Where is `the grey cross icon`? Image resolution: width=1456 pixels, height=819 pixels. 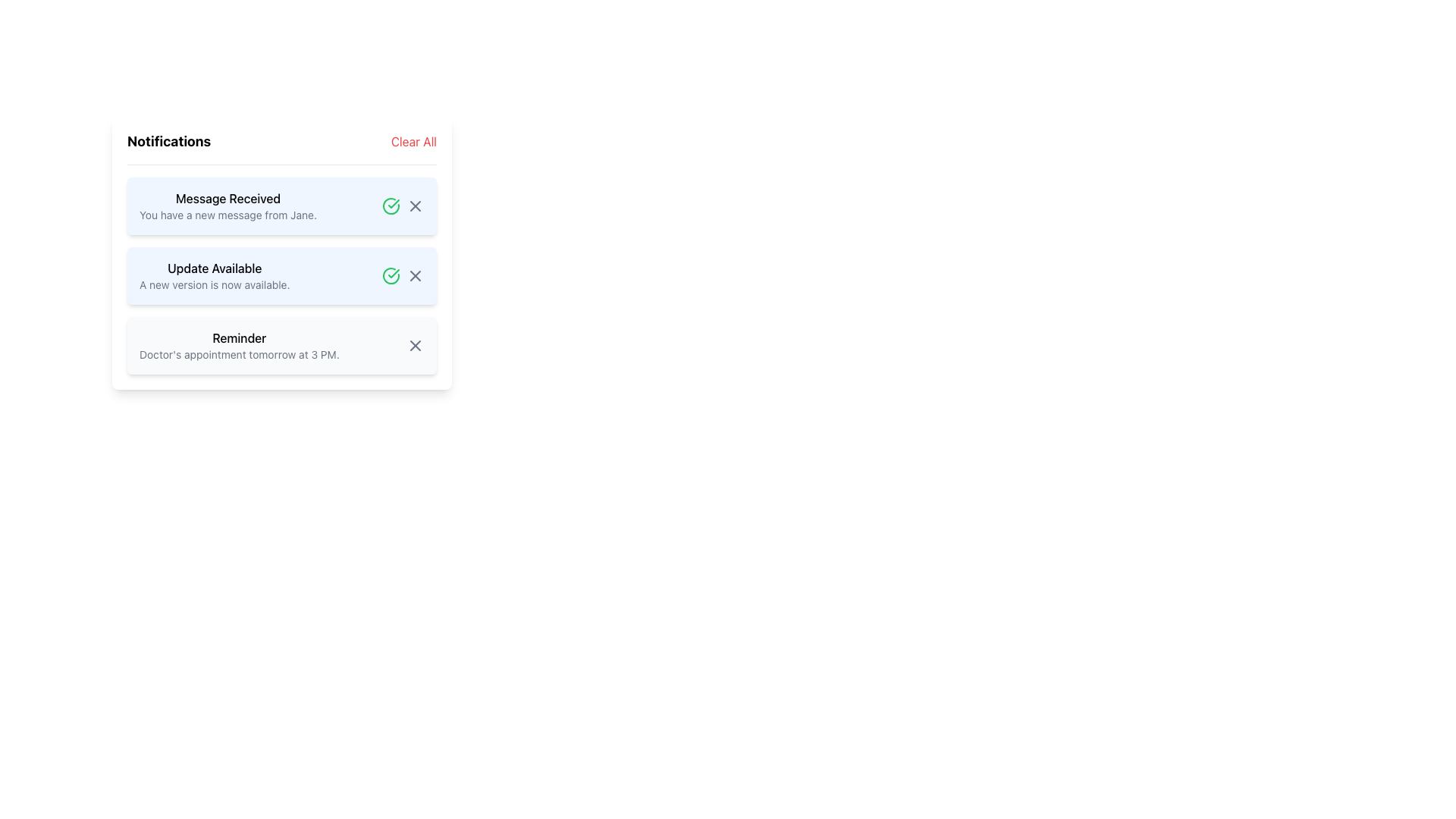 the grey cross icon is located at coordinates (403, 206).